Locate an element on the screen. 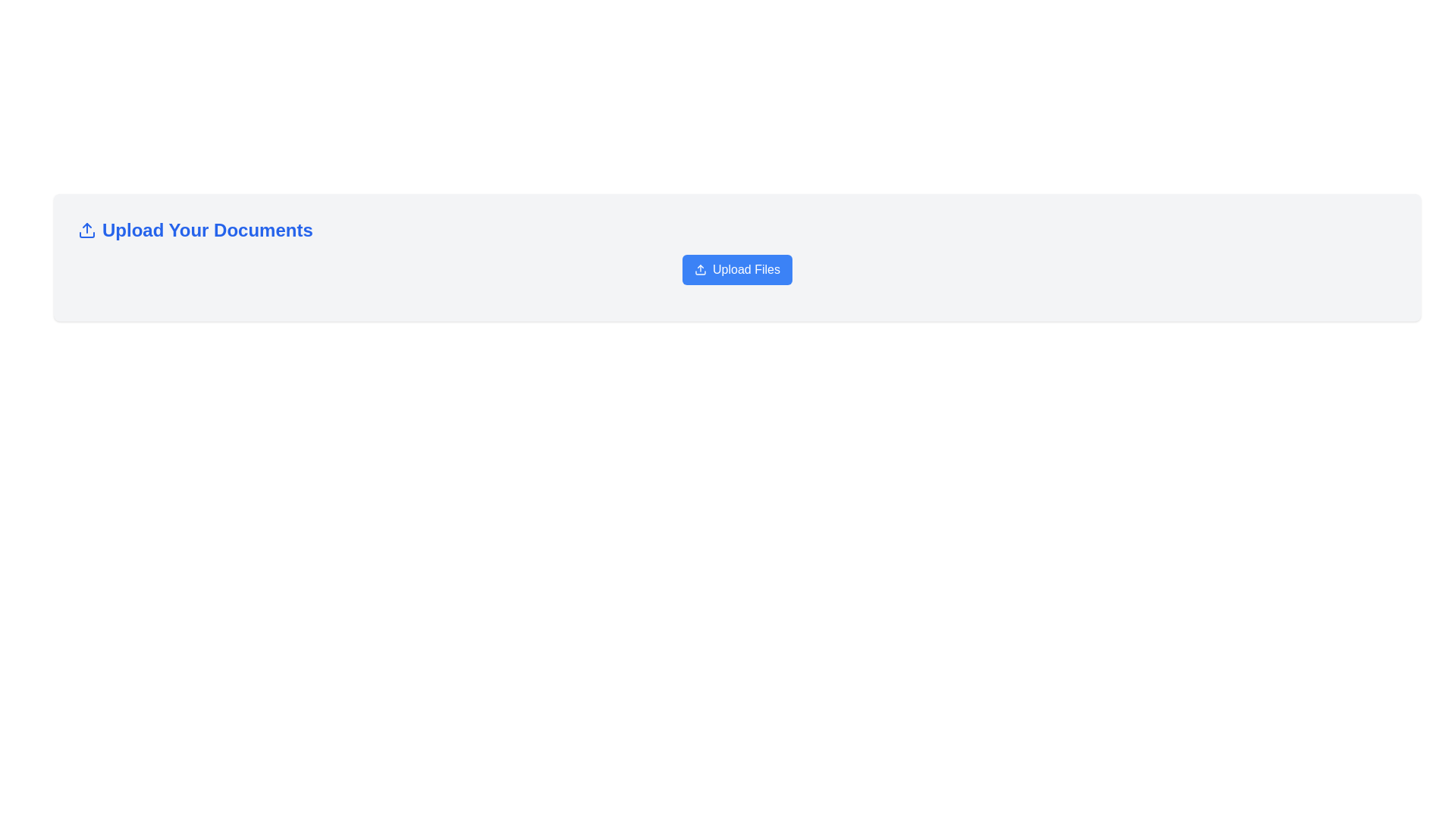  the SVG icon indicating the upload functionality within the blue 'Upload Files' button is located at coordinates (700, 268).